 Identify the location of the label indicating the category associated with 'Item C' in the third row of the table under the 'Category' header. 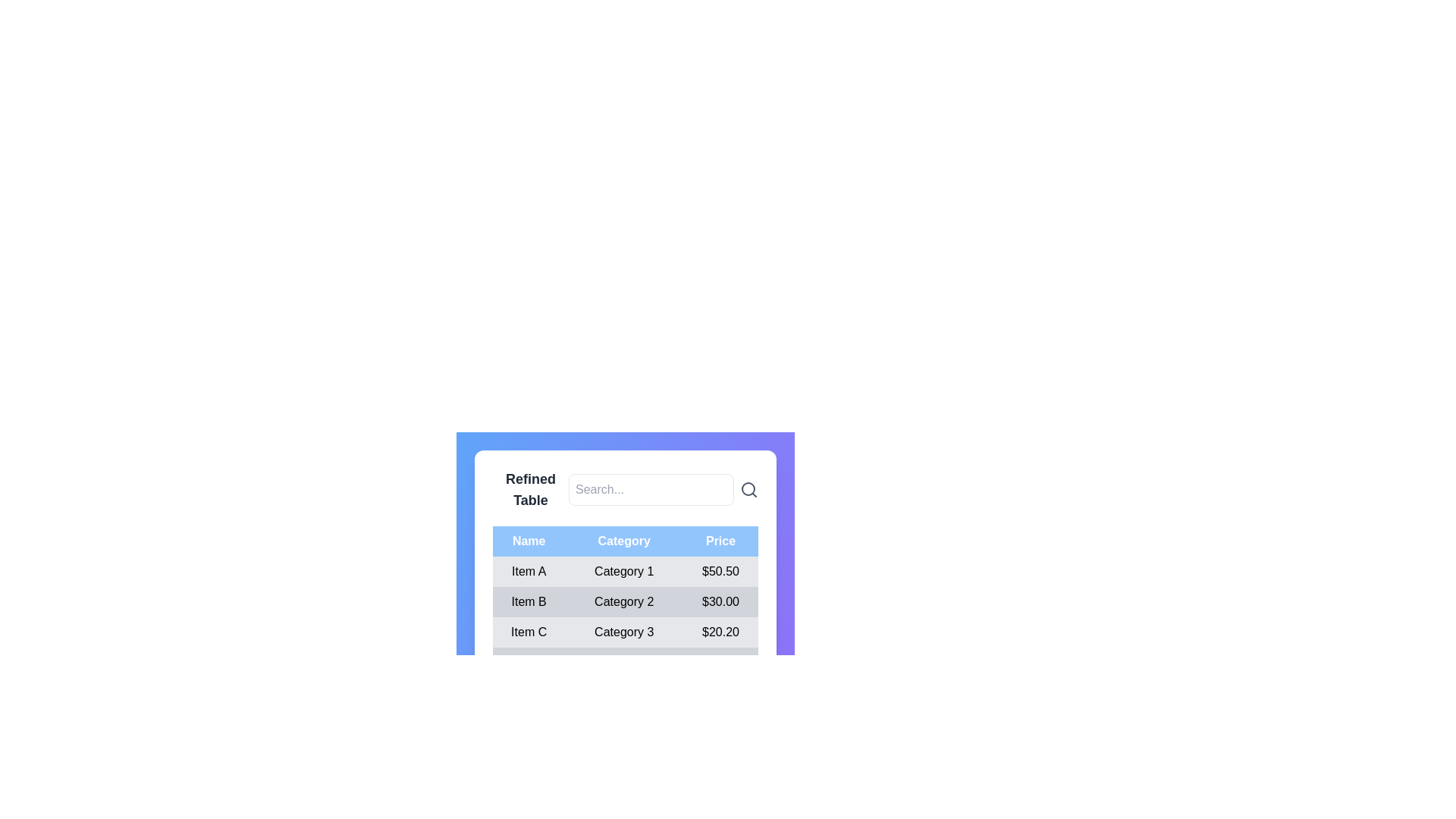
(624, 632).